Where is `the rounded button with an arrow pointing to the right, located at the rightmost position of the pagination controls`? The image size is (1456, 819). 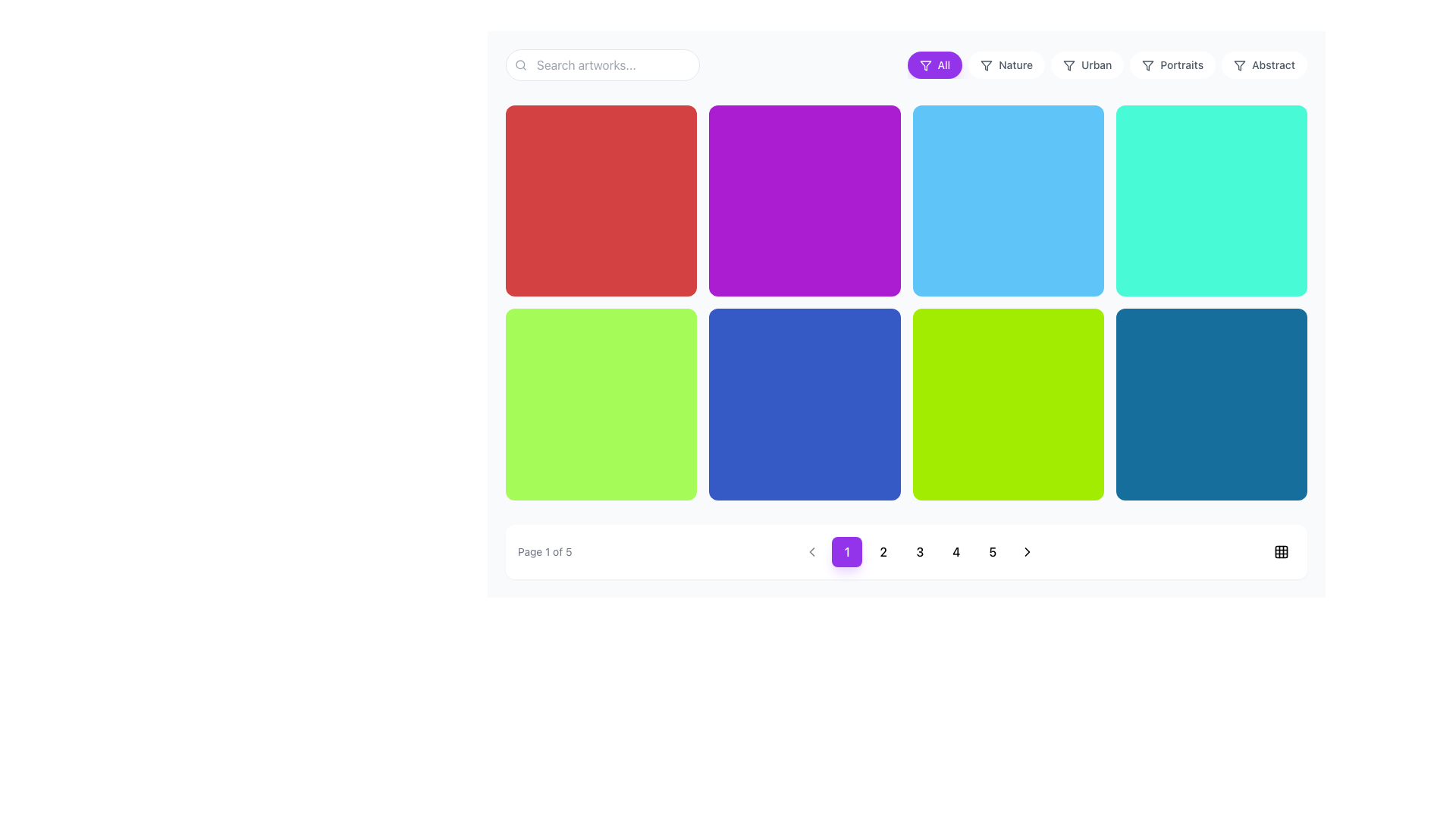 the rounded button with an arrow pointing to the right, located at the rightmost position of the pagination controls is located at coordinates (1028, 551).